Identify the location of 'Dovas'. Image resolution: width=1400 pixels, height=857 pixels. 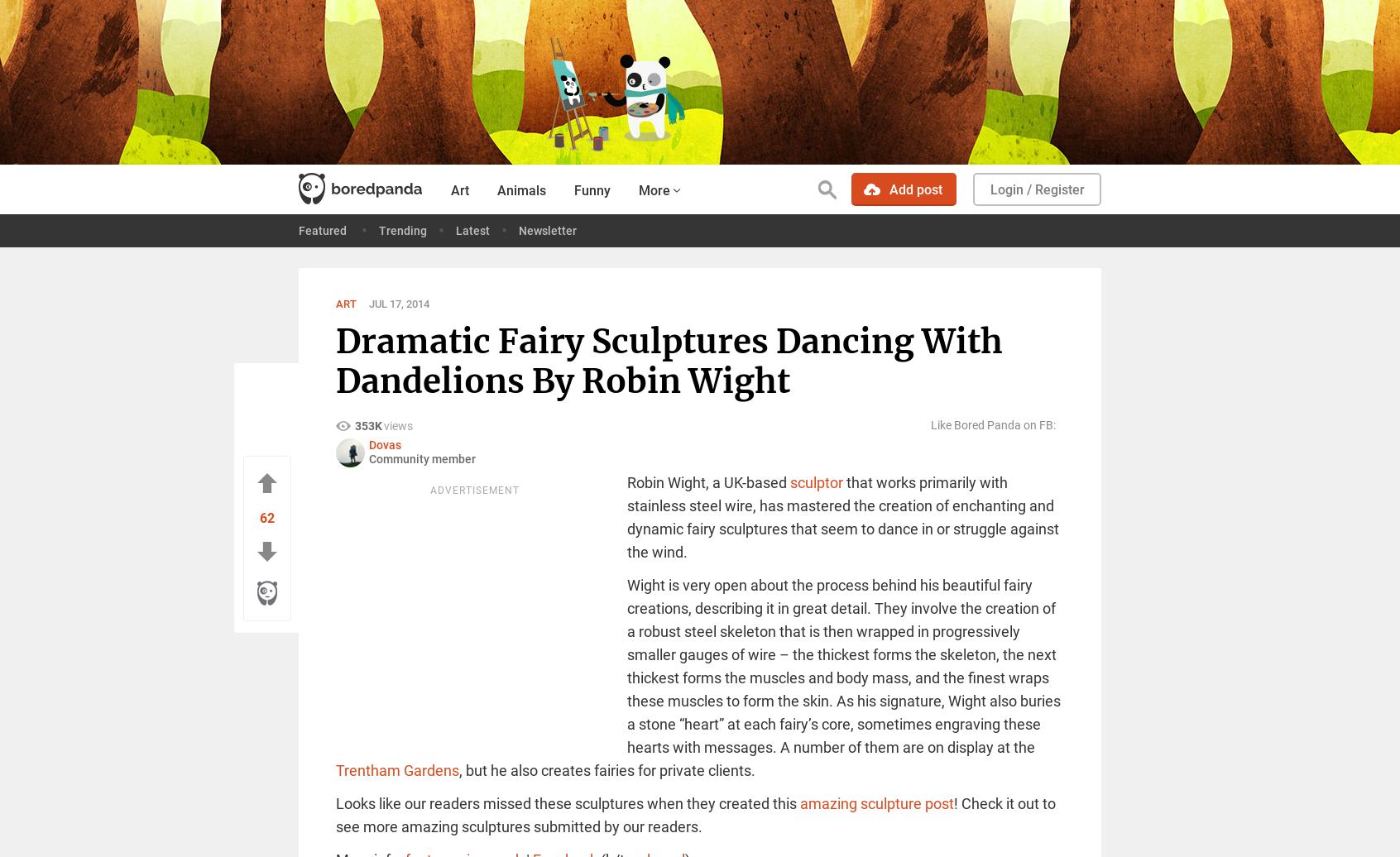
(384, 443).